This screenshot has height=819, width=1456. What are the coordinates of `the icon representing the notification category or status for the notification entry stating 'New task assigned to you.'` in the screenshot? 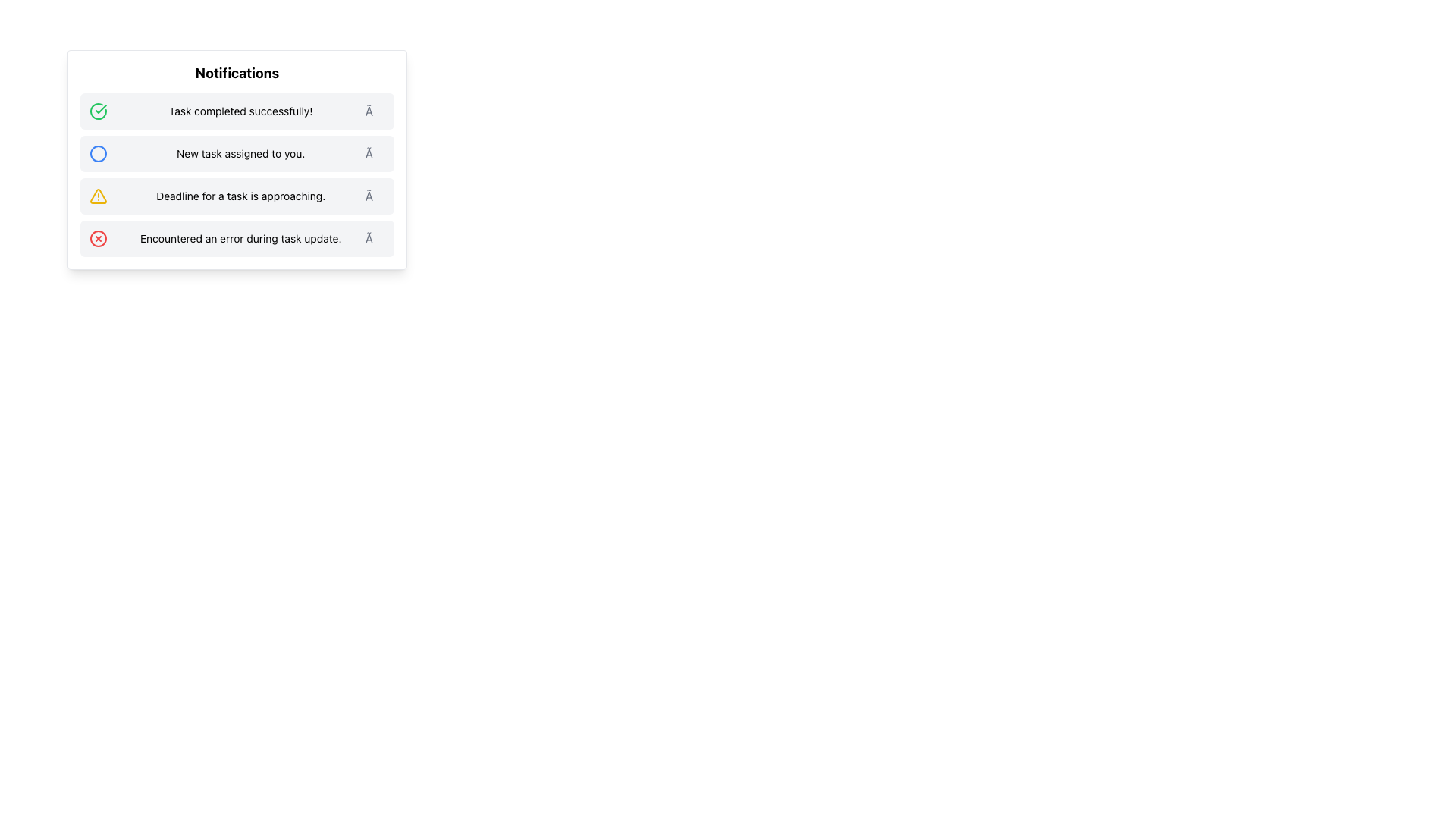 It's located at (97, 154).